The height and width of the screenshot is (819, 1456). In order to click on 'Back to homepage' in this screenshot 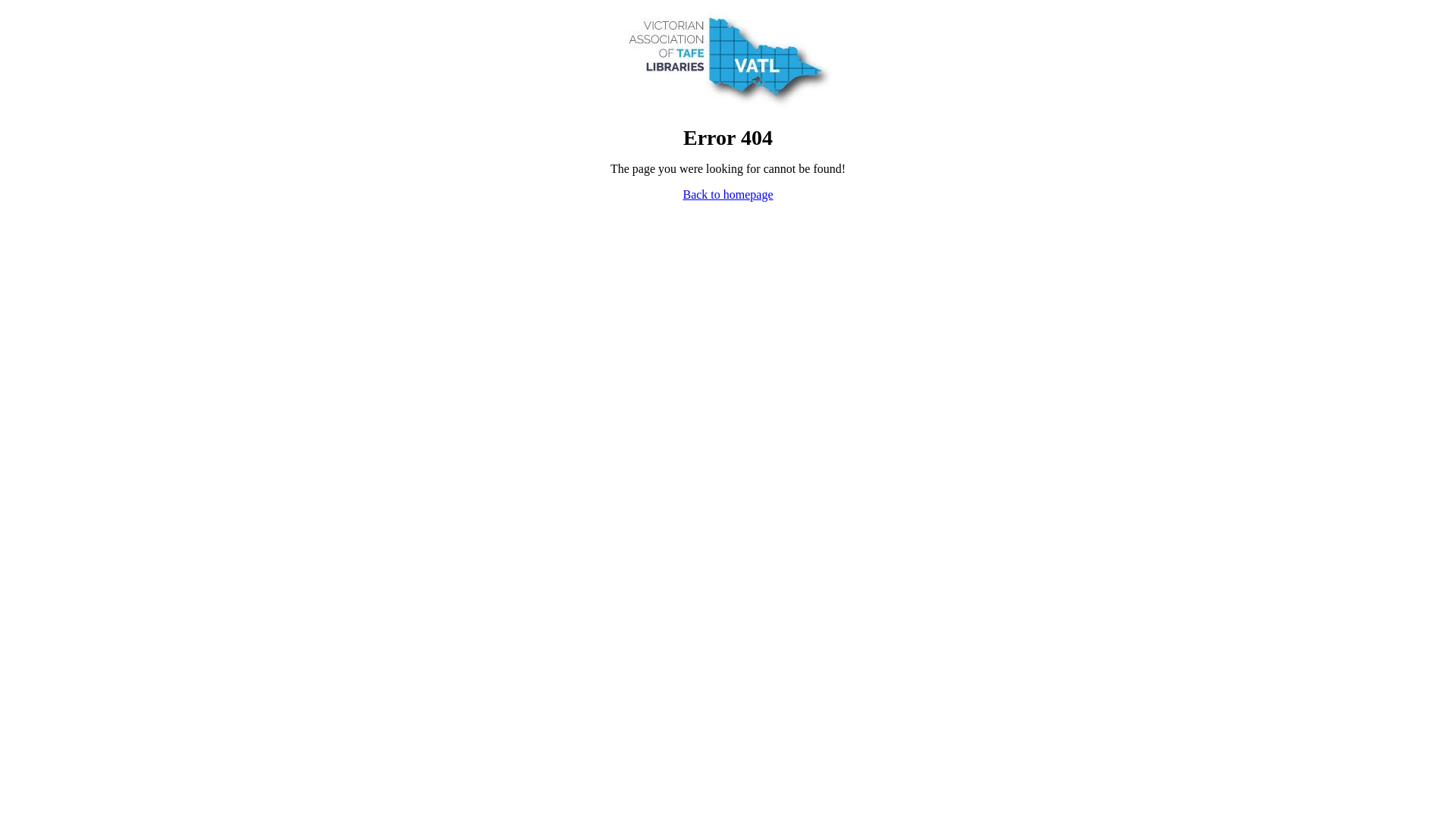, I will do `click(726, 193)`.